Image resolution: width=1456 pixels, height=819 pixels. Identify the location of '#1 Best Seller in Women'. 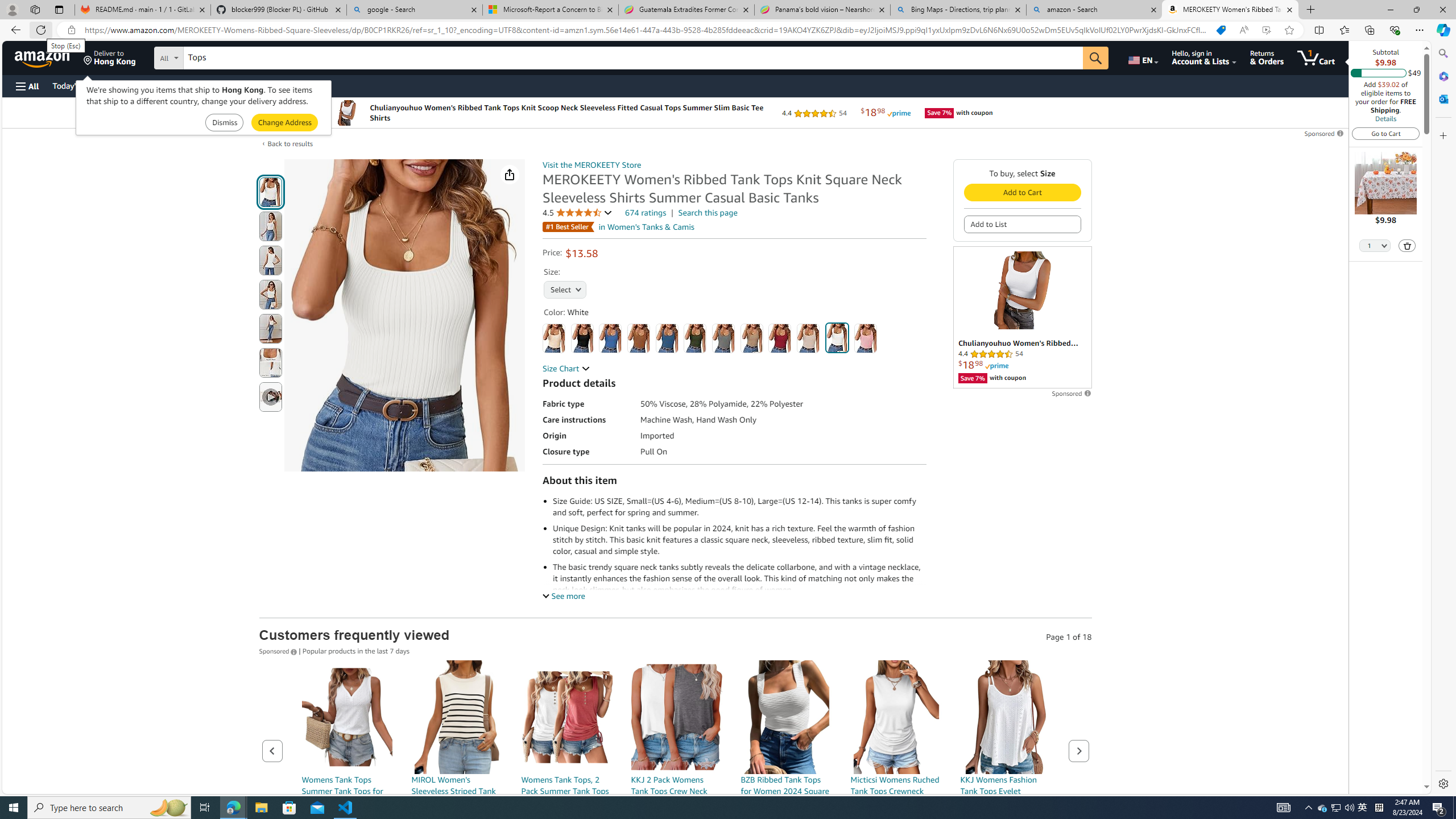
(619, 226).